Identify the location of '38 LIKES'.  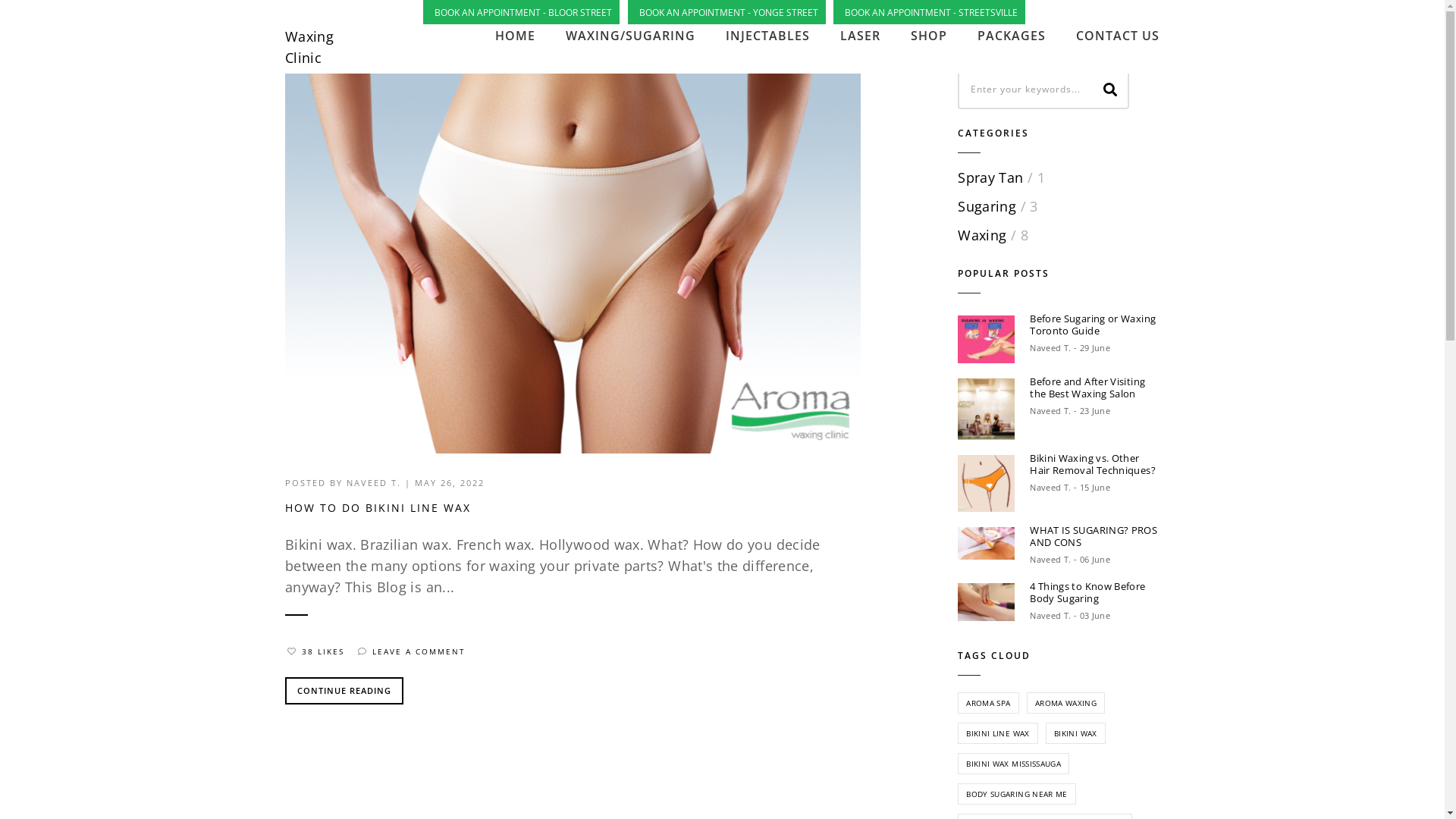
(313, 651).